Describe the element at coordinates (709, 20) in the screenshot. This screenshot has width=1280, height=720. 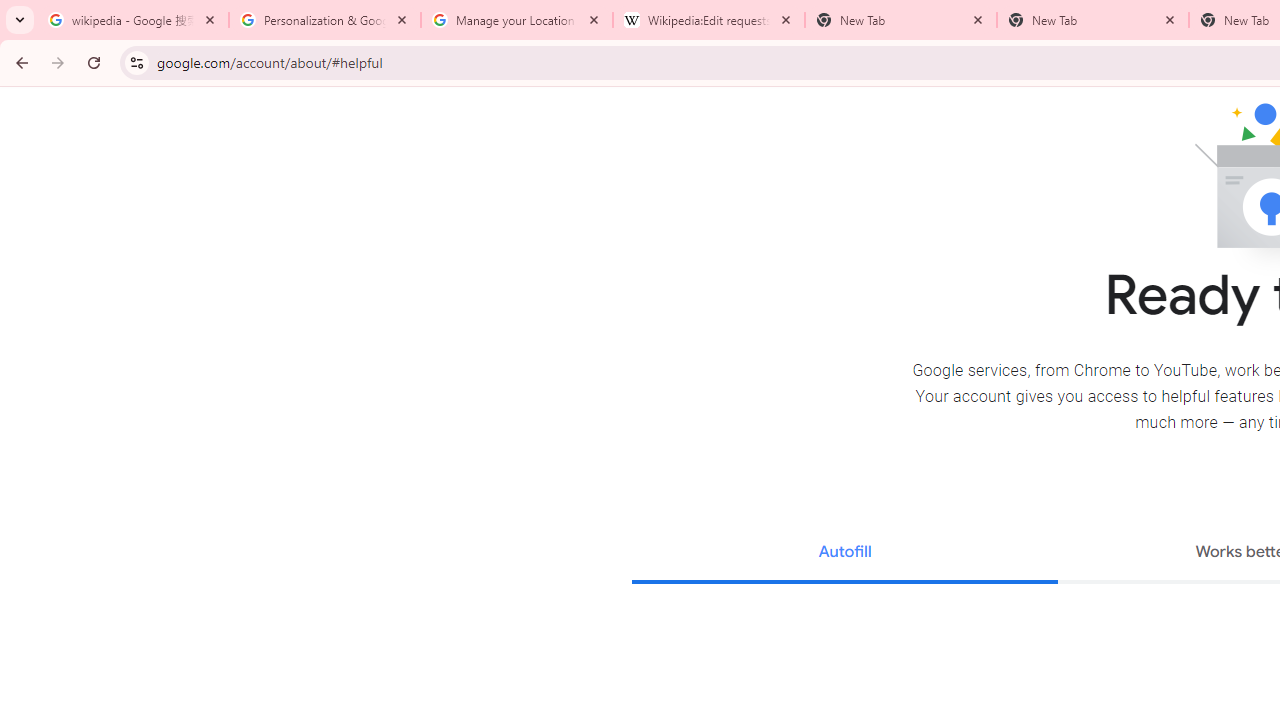
I see `'Wikipedia:Edit requests - Wikipedia'` at that location.